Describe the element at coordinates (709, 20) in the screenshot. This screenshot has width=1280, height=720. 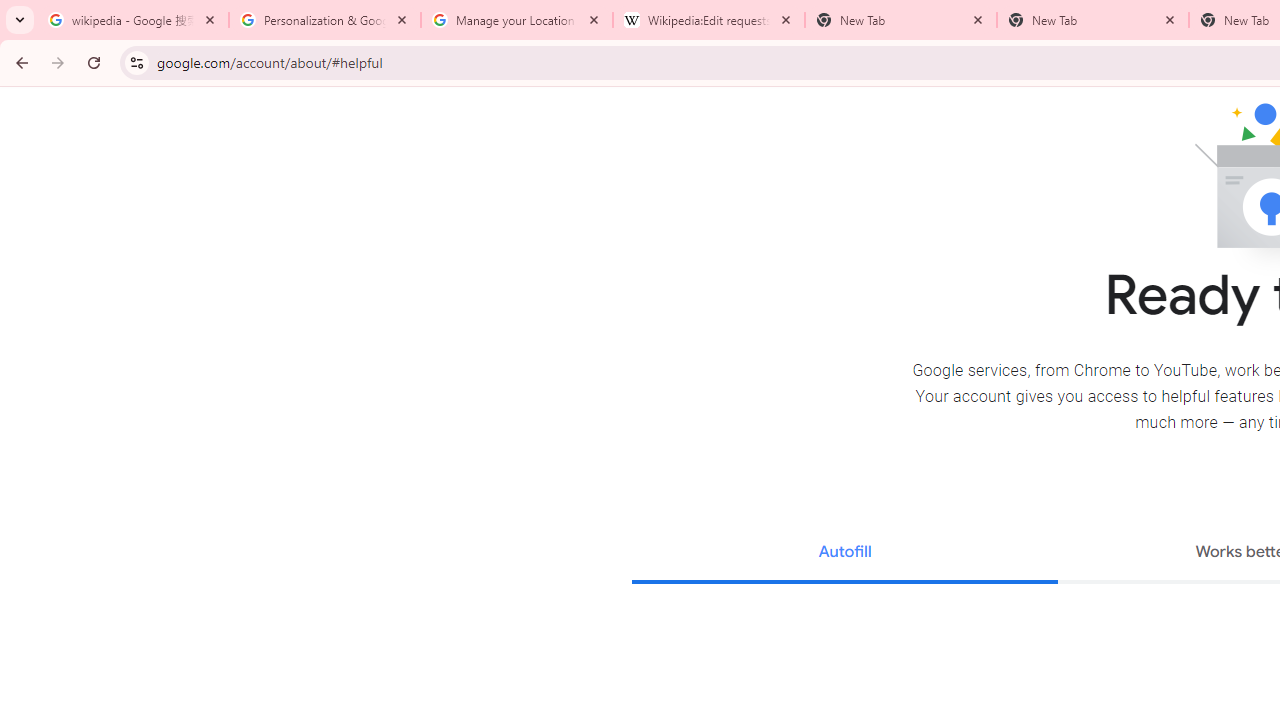
I see `'Wikipedia:Edit requests - Wikipedia'` at that location.